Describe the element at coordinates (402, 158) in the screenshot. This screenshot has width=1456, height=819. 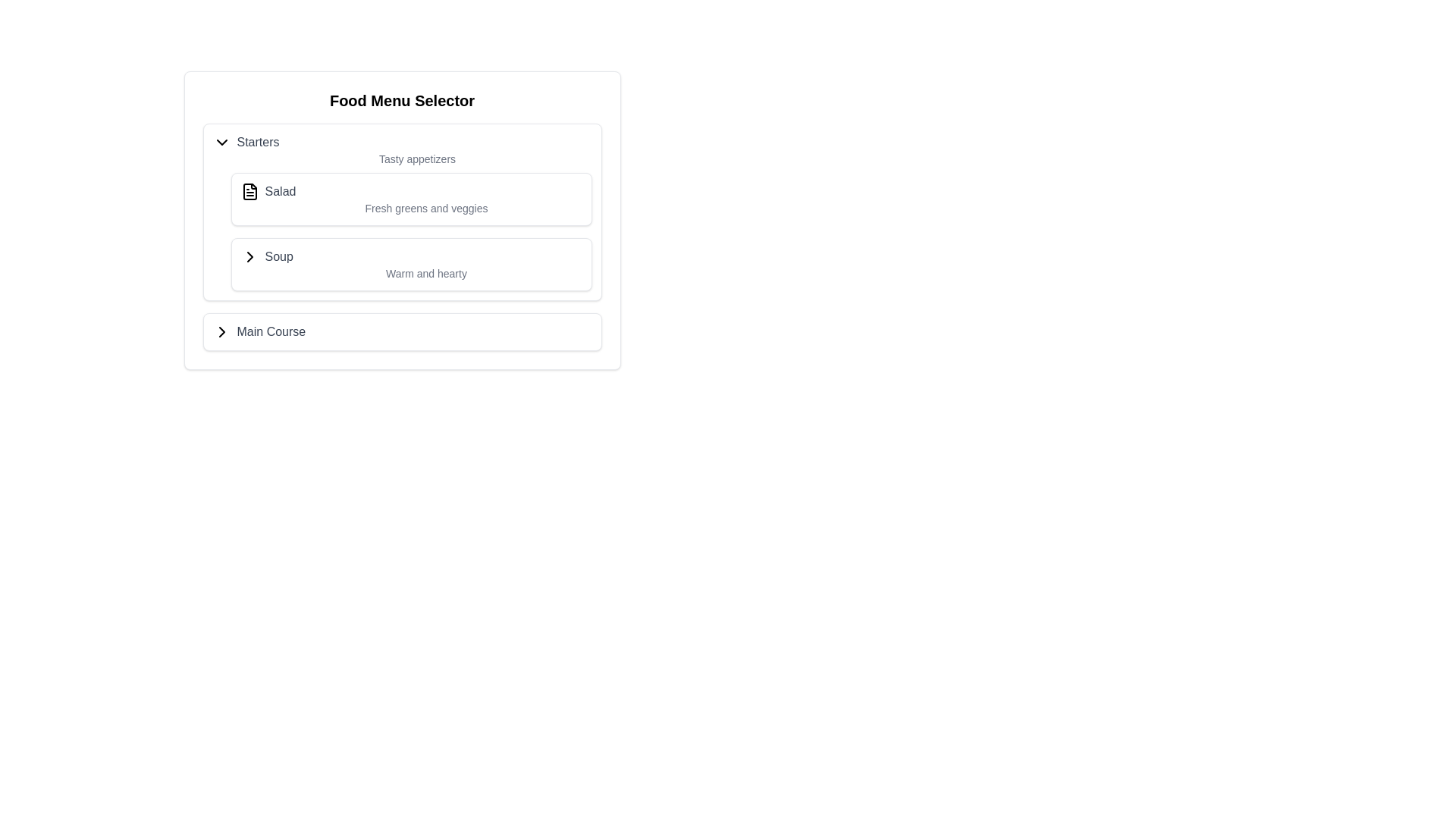
I see `the descriptive text label that provides additional details about the 'Starters' menu category, located centrally below the 'Starters' header in the 'Food Menu Selector' panel` at that location.